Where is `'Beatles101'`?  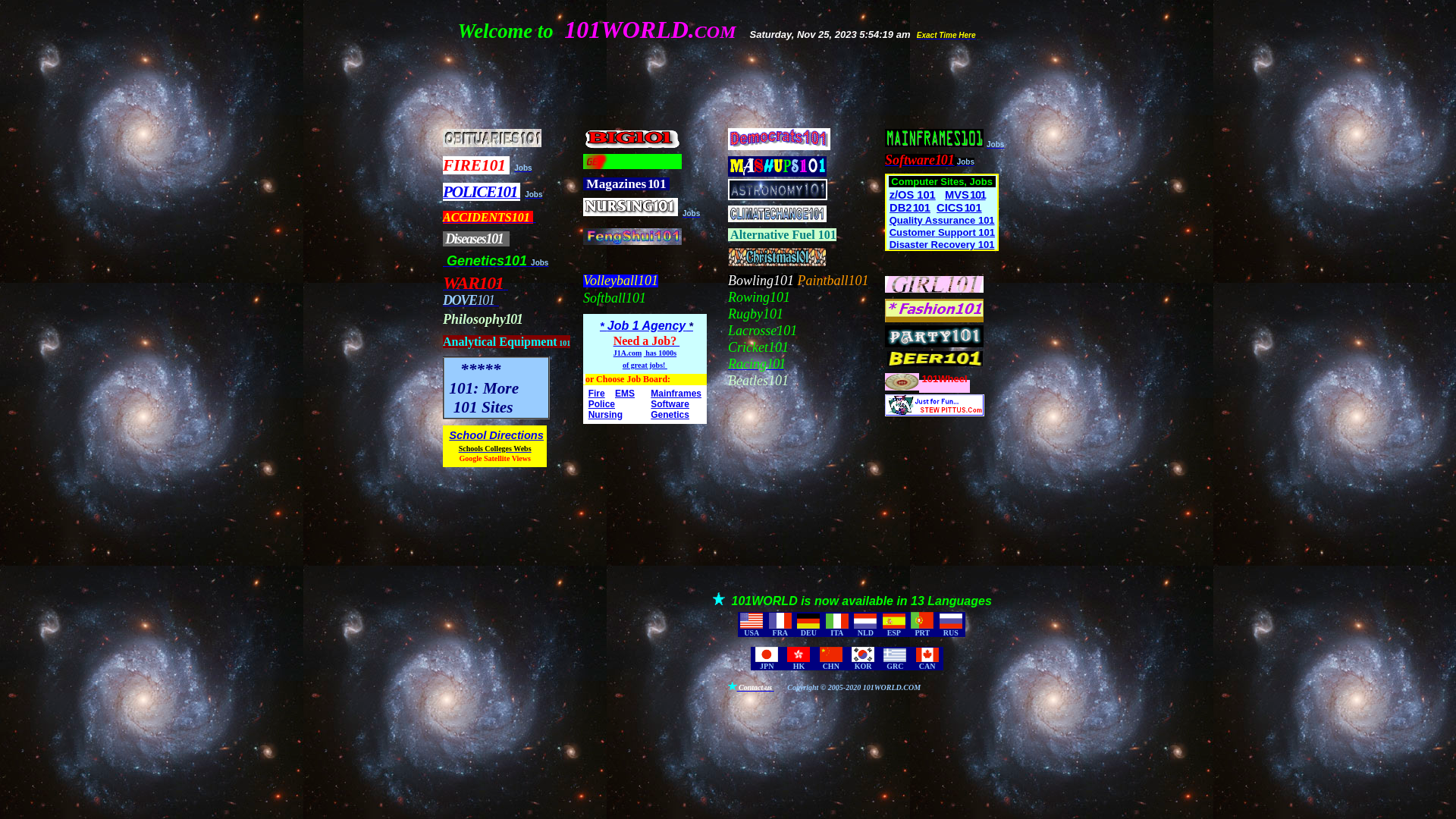
'Beatles101' is located at coordinates (758, 380).